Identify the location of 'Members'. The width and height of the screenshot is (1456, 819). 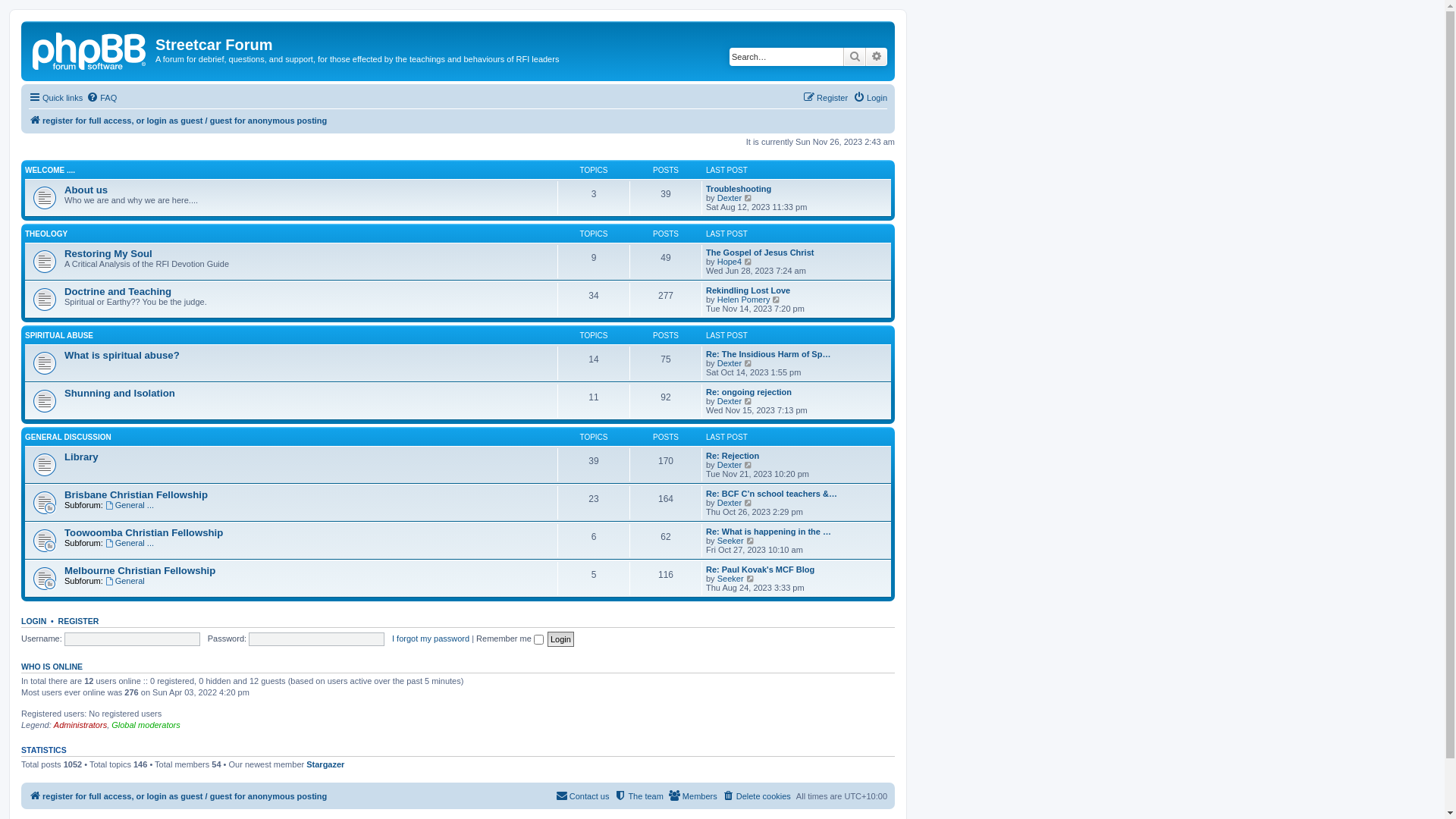
(692, 795).